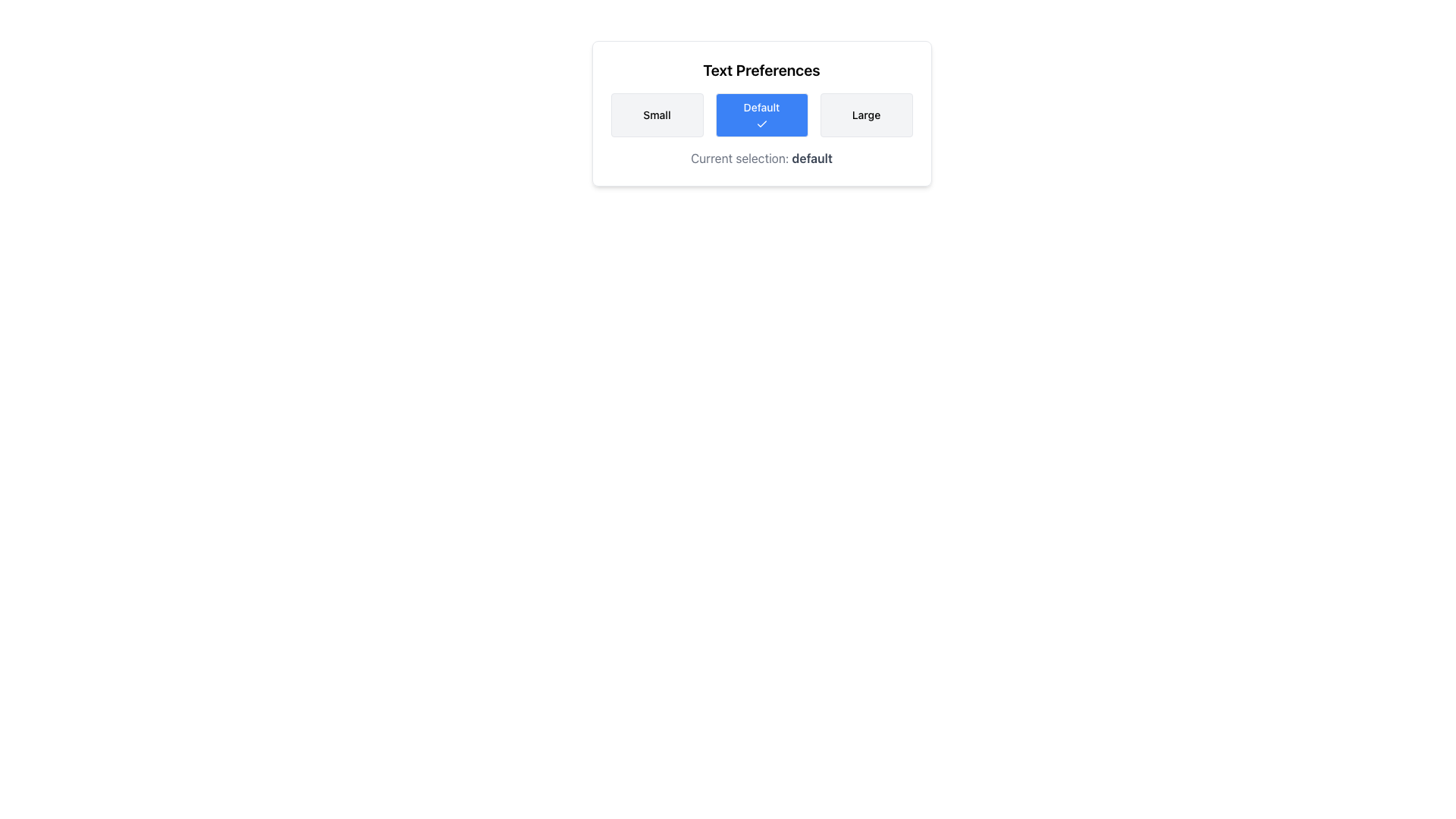 This screenshot has height=819, width=1456. I want to click on the static text element that indicates the current user-selected preference, which reads 'Current selection: default', positioned centrally beneath the 'Default' label in the text size settings, so click(811, 158).